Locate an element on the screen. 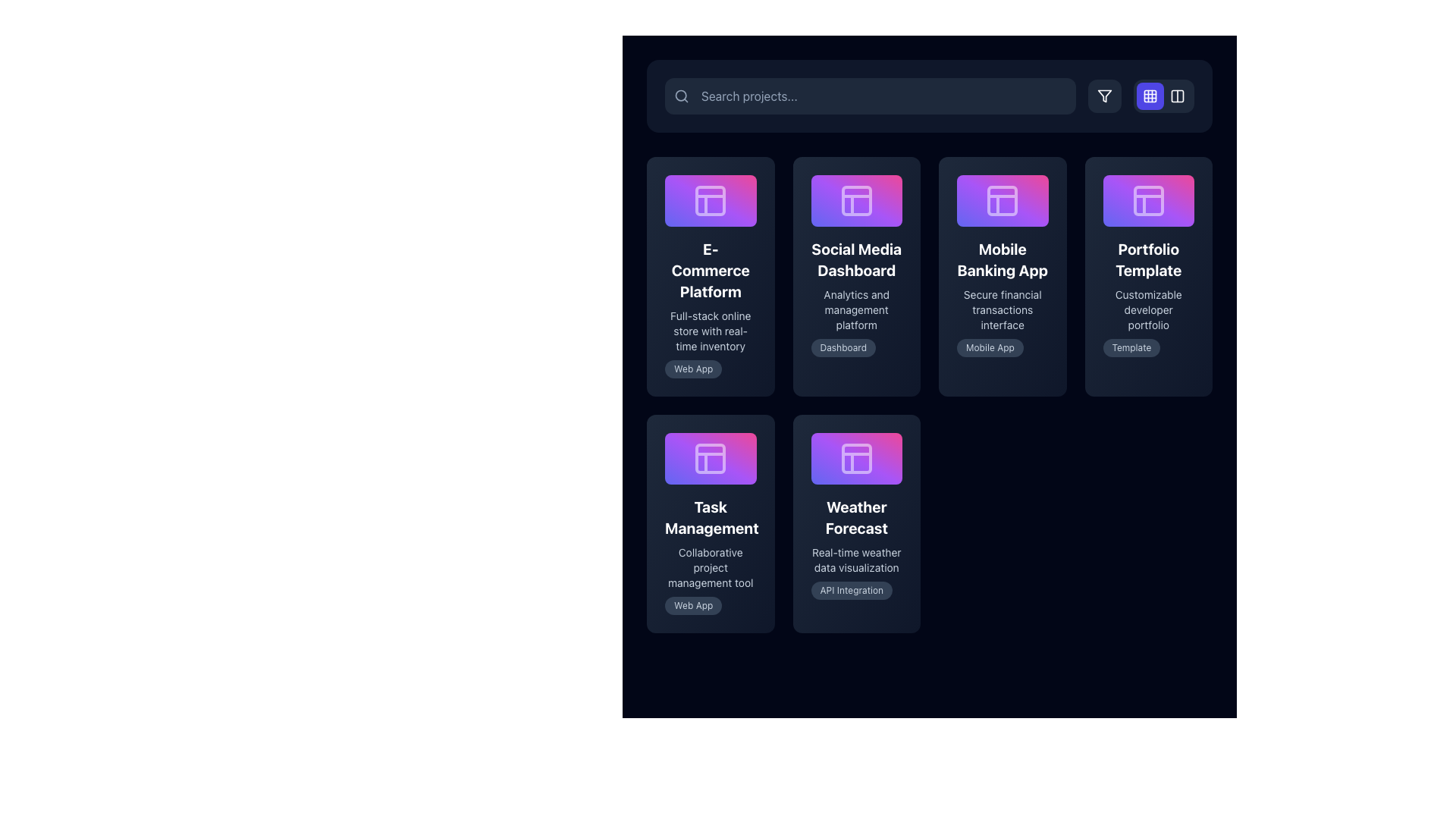 Image resolution: width=1456 pixels, height=819 pixels. text of the 'Web App' badge, which is a rectangular badge with a dark slate color and light gray font, located at the bottom of the 'Task Management' project card is located at coordinates (710, 604).